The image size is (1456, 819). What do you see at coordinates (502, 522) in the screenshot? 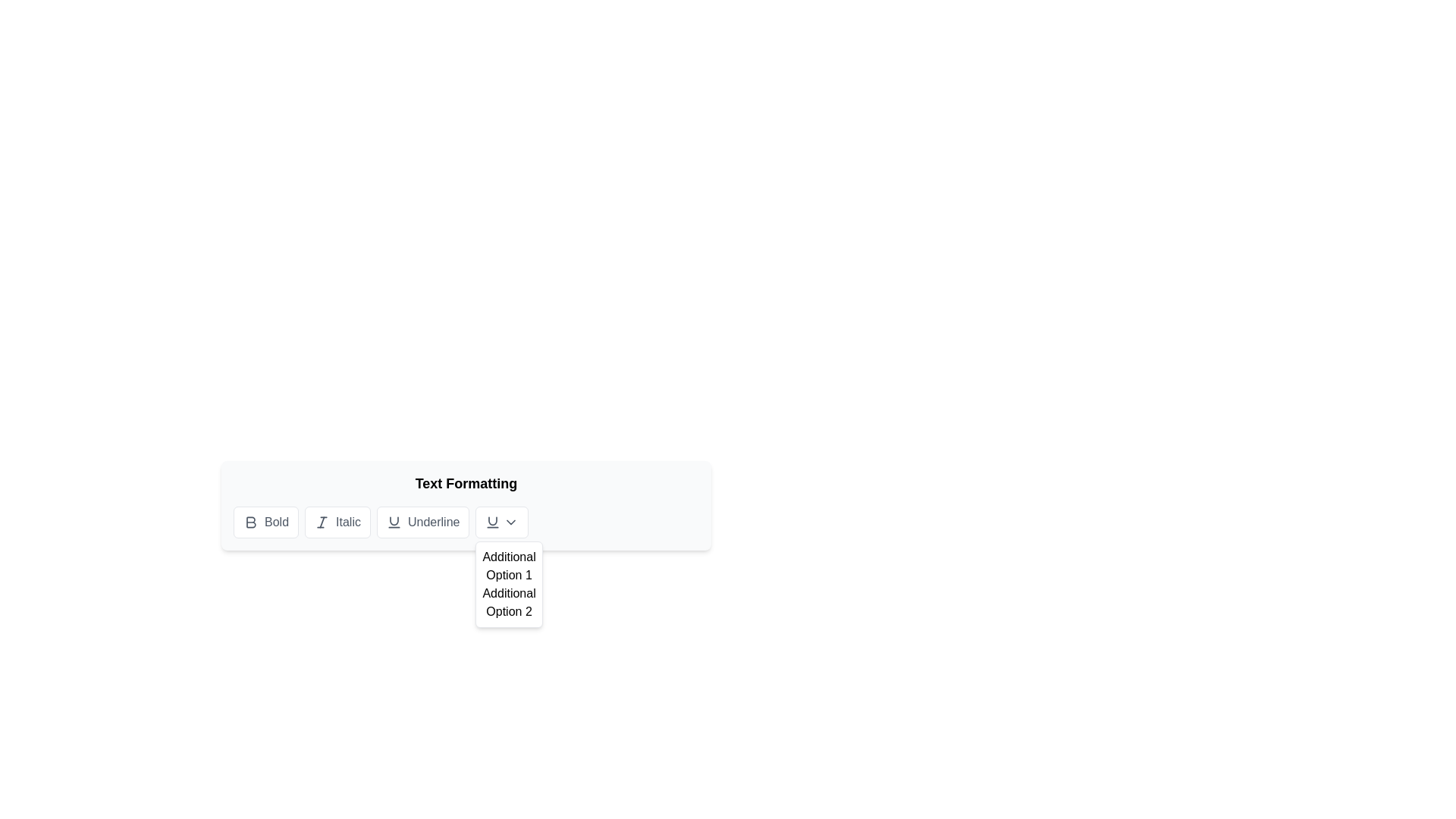
I see `the Dropdown menu located to the right of the 'Underline' button in the text formatting options using the keyboard` at bounding box center [502, 522].